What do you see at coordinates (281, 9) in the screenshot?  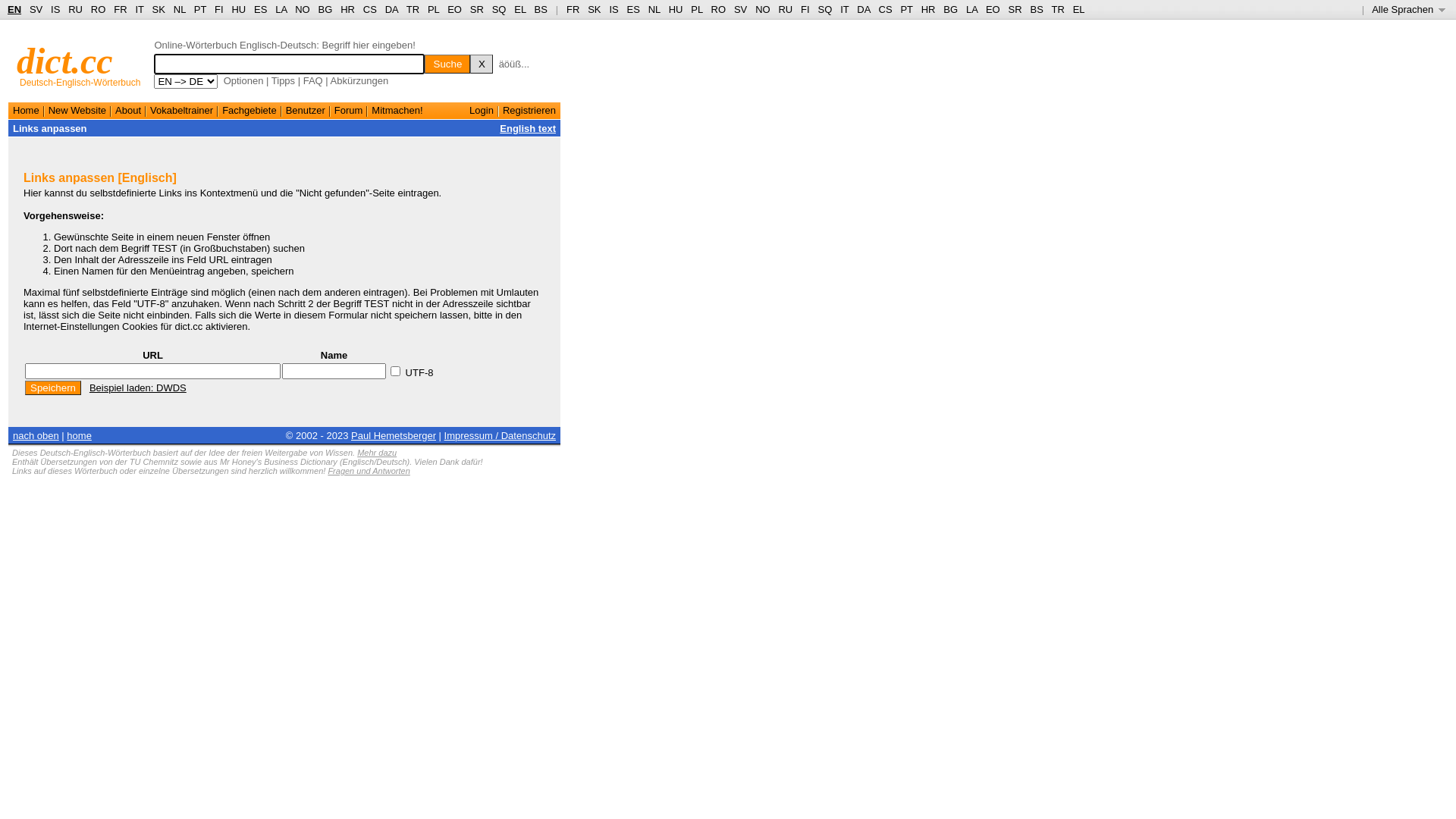 I see `'LA'` at bounding box center [281, 9].